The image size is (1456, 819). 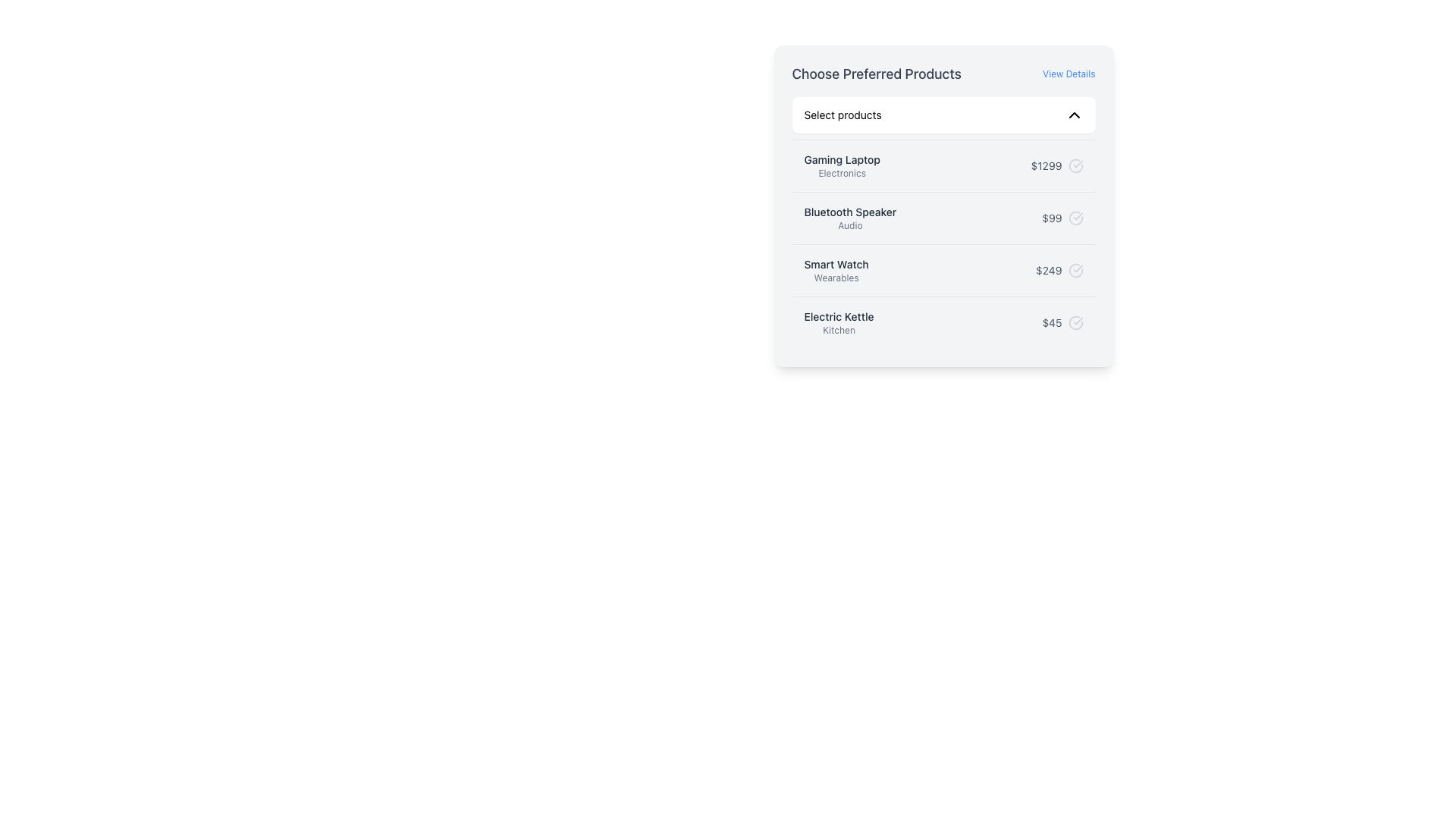 What do you see at coordinates (1056, 166) in the screenshot?
I see `the Price label indicating the cost of the 'Gaming Laptop' in the 'Choose Preferred Products' interface` at bounding box center [1056, 166].